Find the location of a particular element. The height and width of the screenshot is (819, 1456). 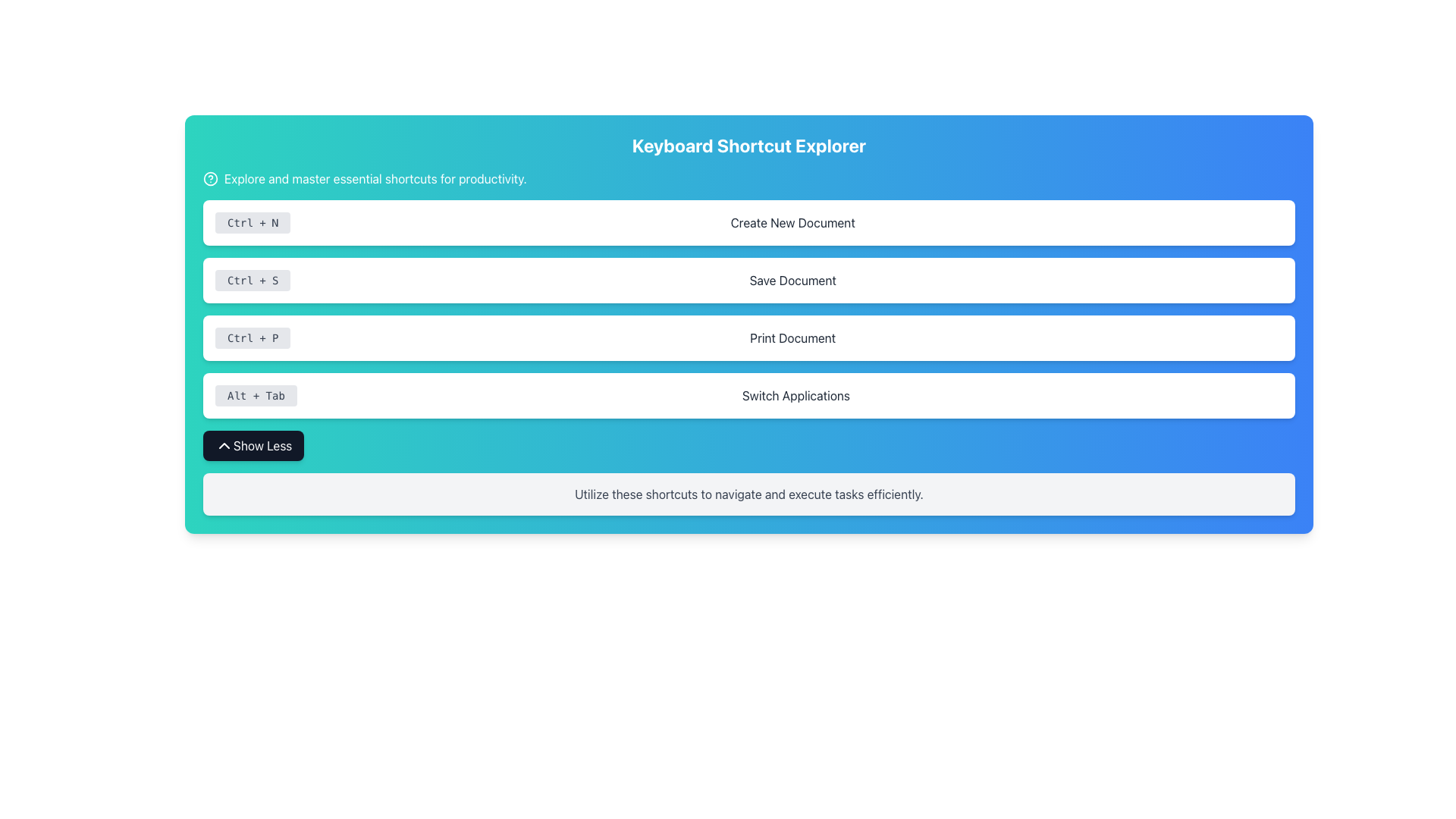

the informational row displaying the keyboard shortcut 'Ctrl + P' and its description 'Print Document' in the list of keyboard shortcuts is located at coordinates (749, 337).